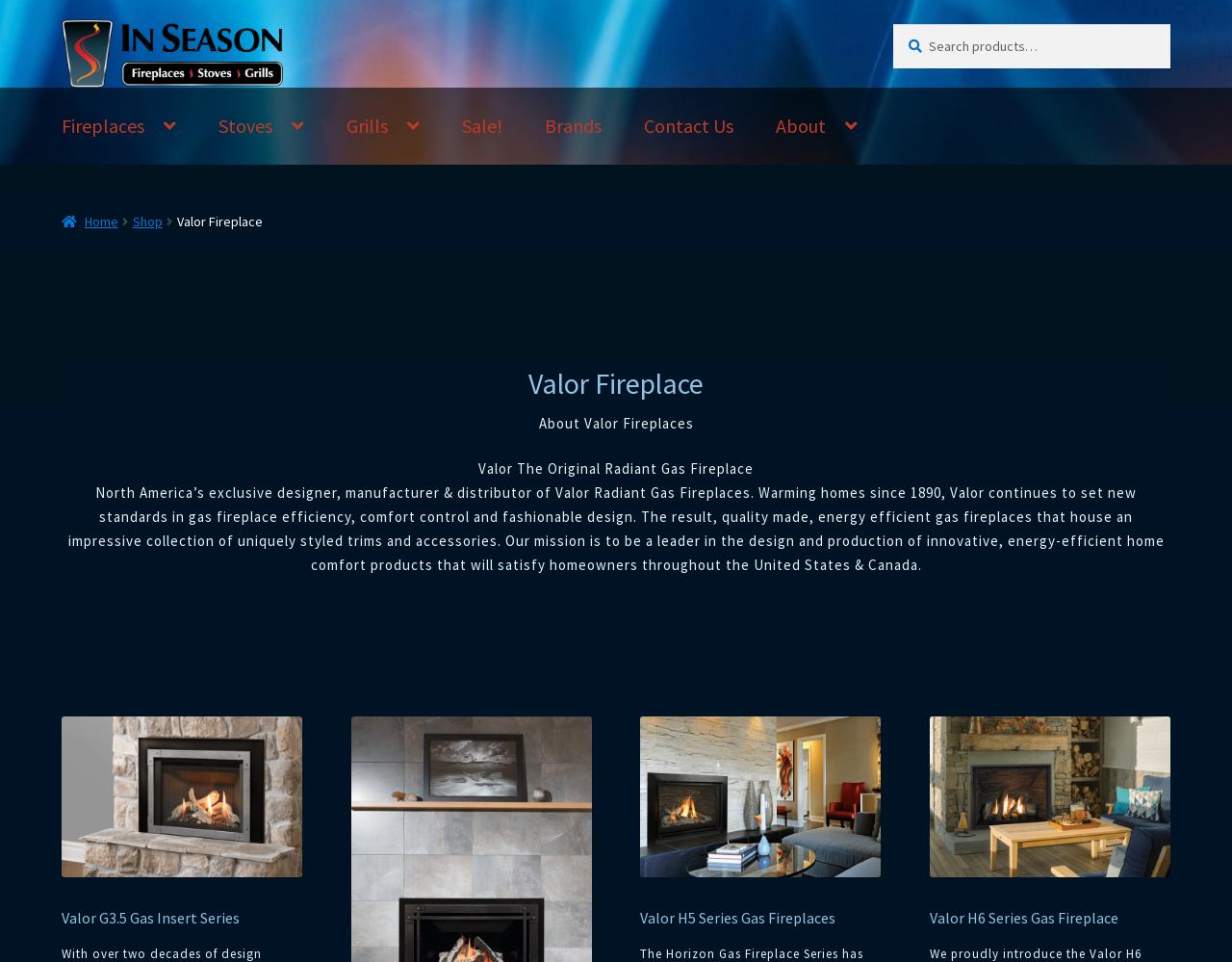 The width and height of the screenshot is (1232, 962). What do you see at coordinates (149, 917) in the screenshot?
I see `'Valor G3.5 Gas Insert Series'` at bounding box center [149, 917].